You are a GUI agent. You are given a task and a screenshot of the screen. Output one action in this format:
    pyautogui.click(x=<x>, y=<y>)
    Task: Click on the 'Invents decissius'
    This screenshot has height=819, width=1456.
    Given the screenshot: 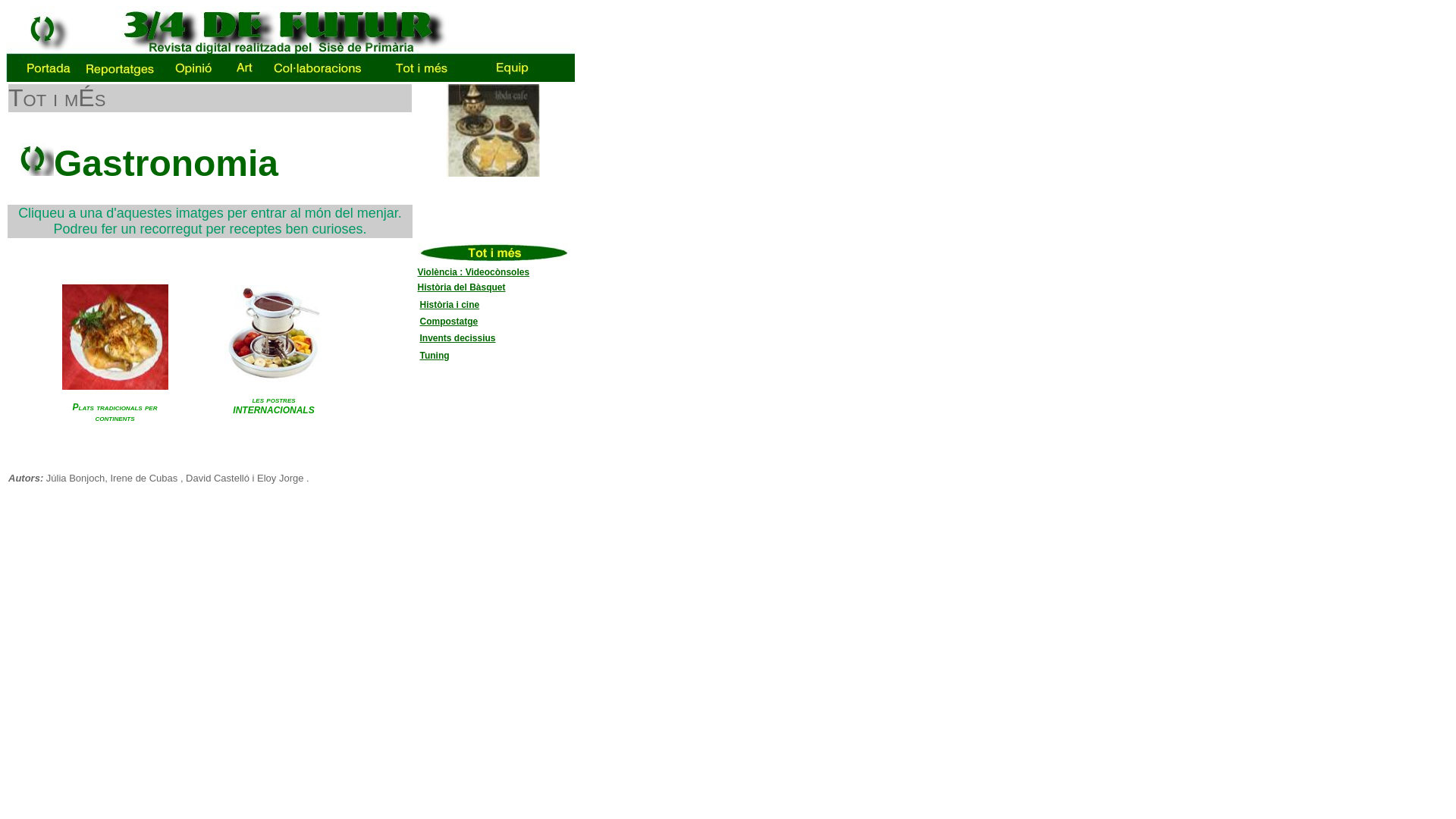 What is the action you would take?
    pyautogui.click(x=419, y=337)
    